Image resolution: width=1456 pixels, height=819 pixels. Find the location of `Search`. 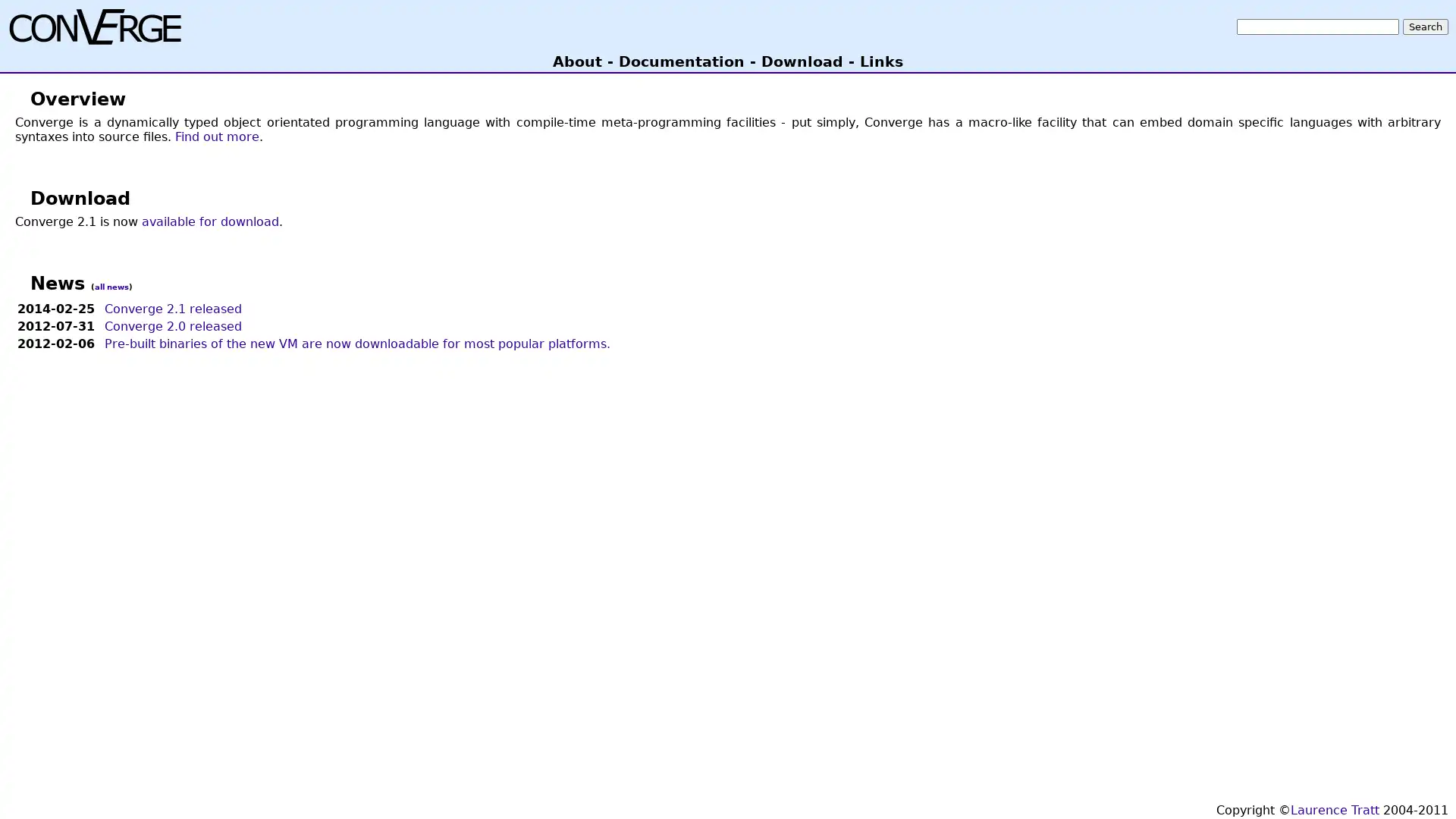

Search is located at coordinates (1425, 26).